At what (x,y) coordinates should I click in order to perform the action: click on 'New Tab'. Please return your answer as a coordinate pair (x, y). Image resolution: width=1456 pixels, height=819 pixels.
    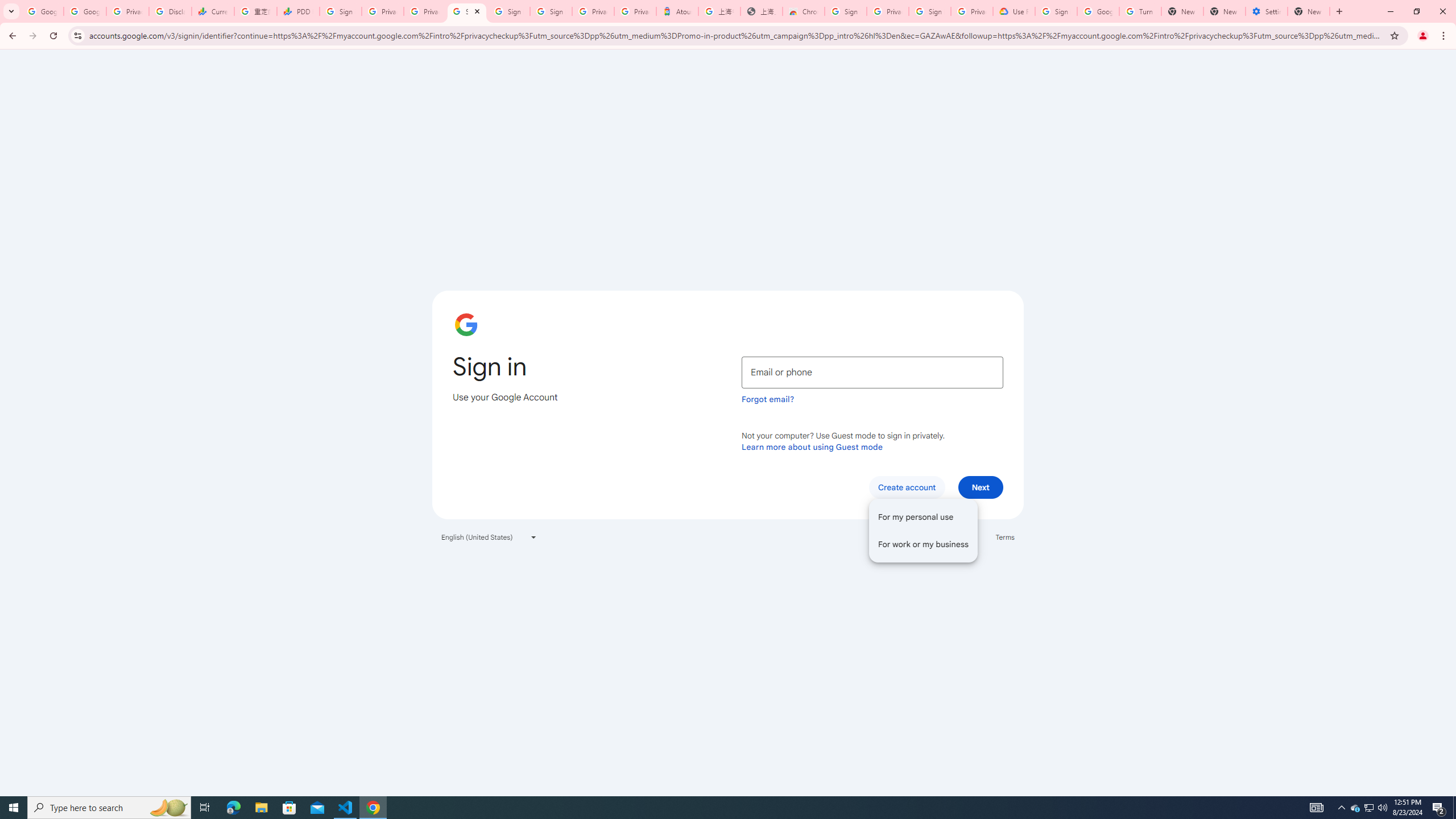
    Looking at the image, I should click on (1308, 11).